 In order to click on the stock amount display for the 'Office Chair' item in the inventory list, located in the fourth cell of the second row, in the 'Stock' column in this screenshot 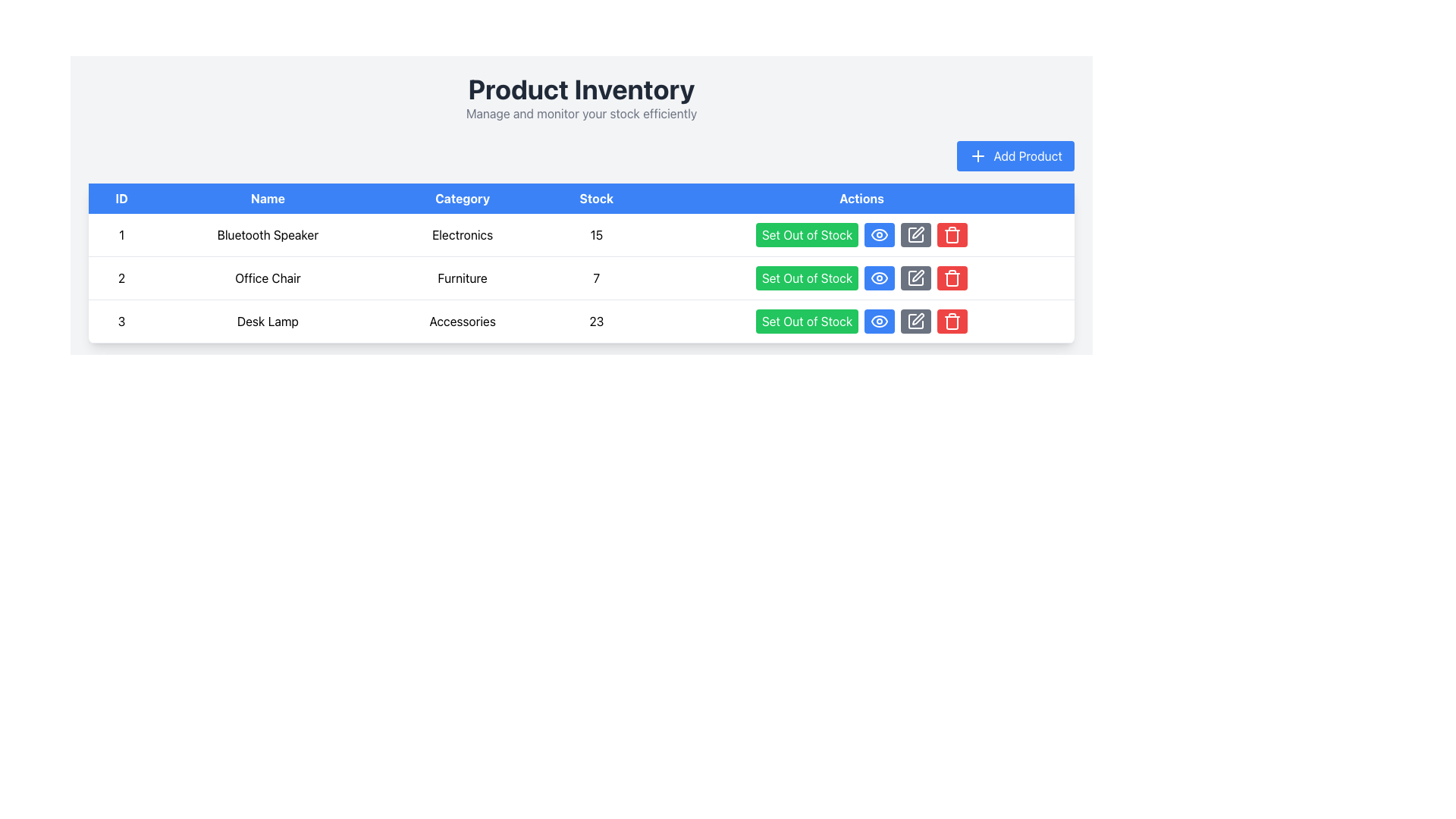, I will do `click(595, 278)`.